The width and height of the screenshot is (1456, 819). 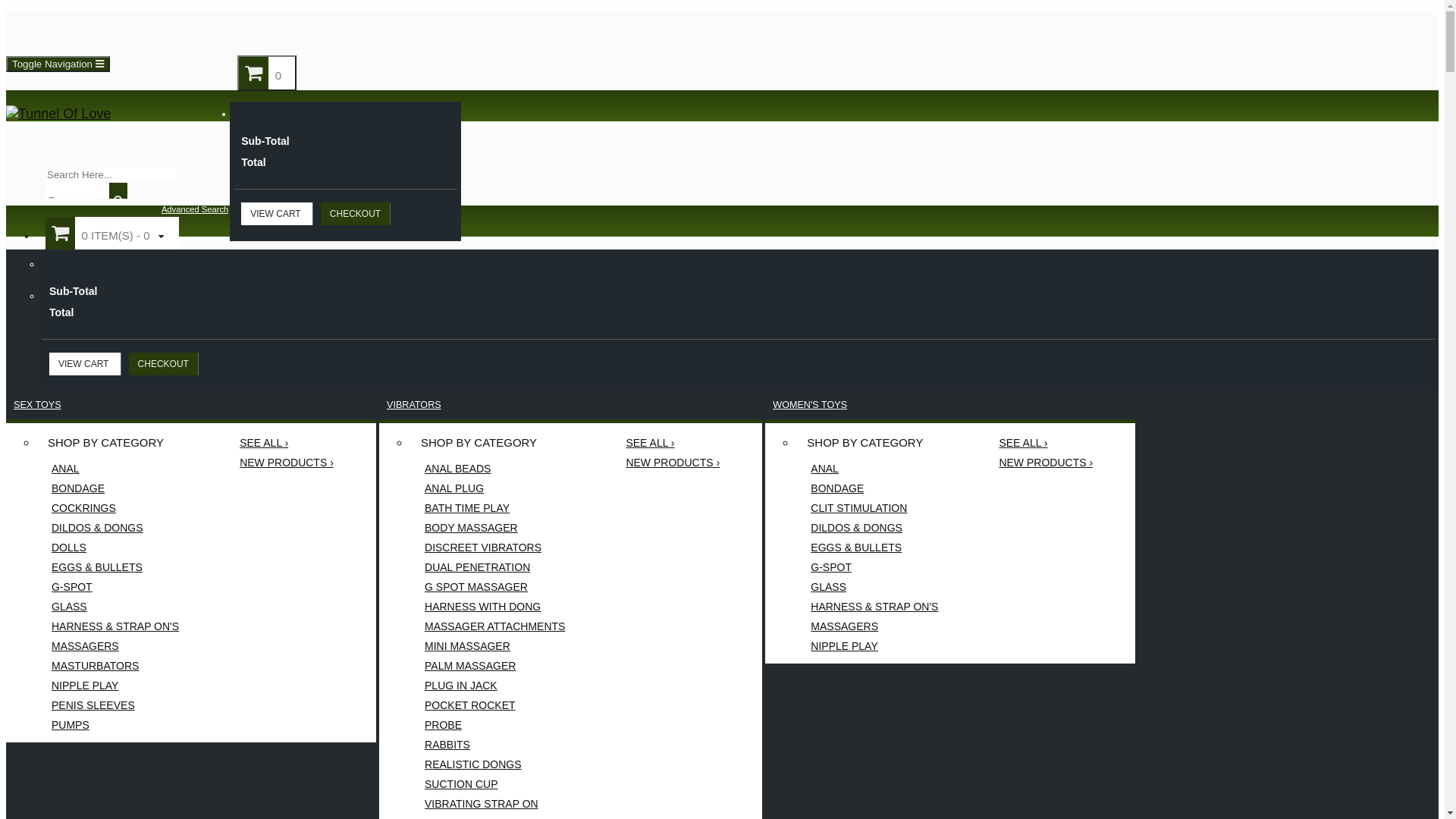 I want to click on 'DISCREET VIBRATORS', so click(x=494, y=547).